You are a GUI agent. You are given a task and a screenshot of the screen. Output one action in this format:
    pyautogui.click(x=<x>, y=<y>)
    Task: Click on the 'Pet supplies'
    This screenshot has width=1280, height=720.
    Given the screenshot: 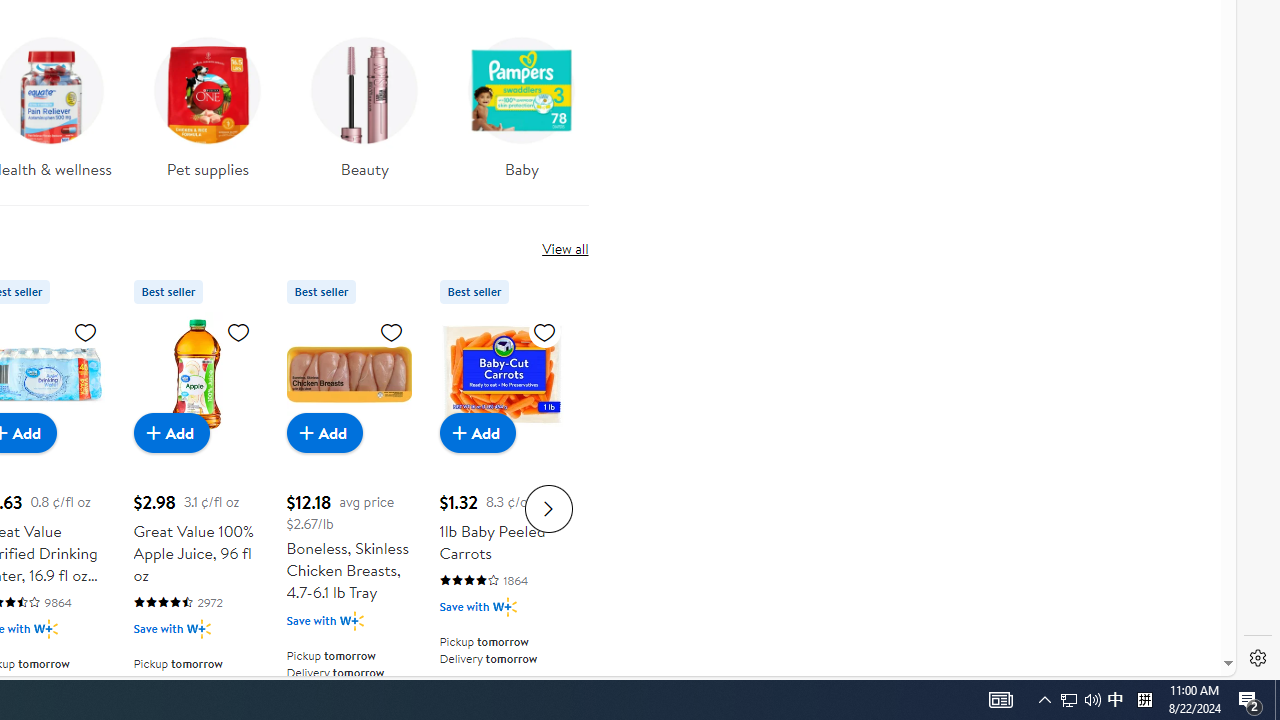 What is the action you would take?
    pyautogui.click(x=208, y=114)
    